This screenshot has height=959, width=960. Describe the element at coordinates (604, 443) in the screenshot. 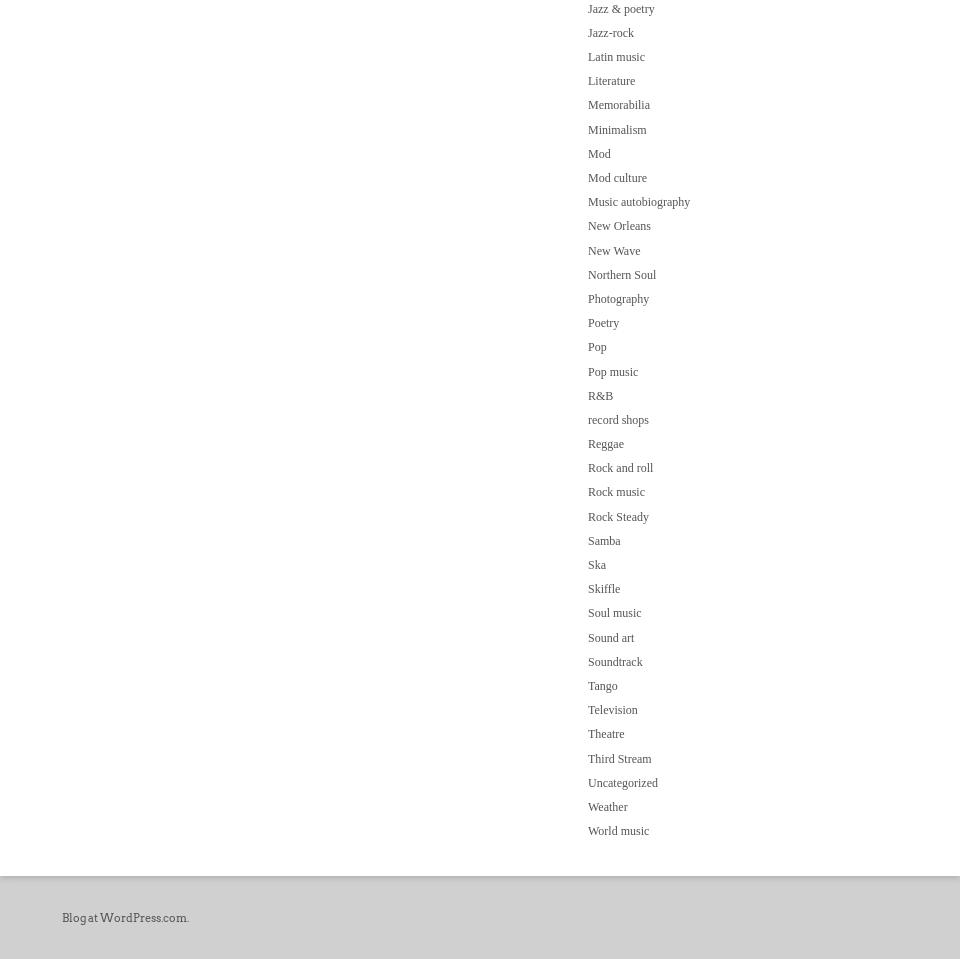

I see `'Reggae'` at that location.